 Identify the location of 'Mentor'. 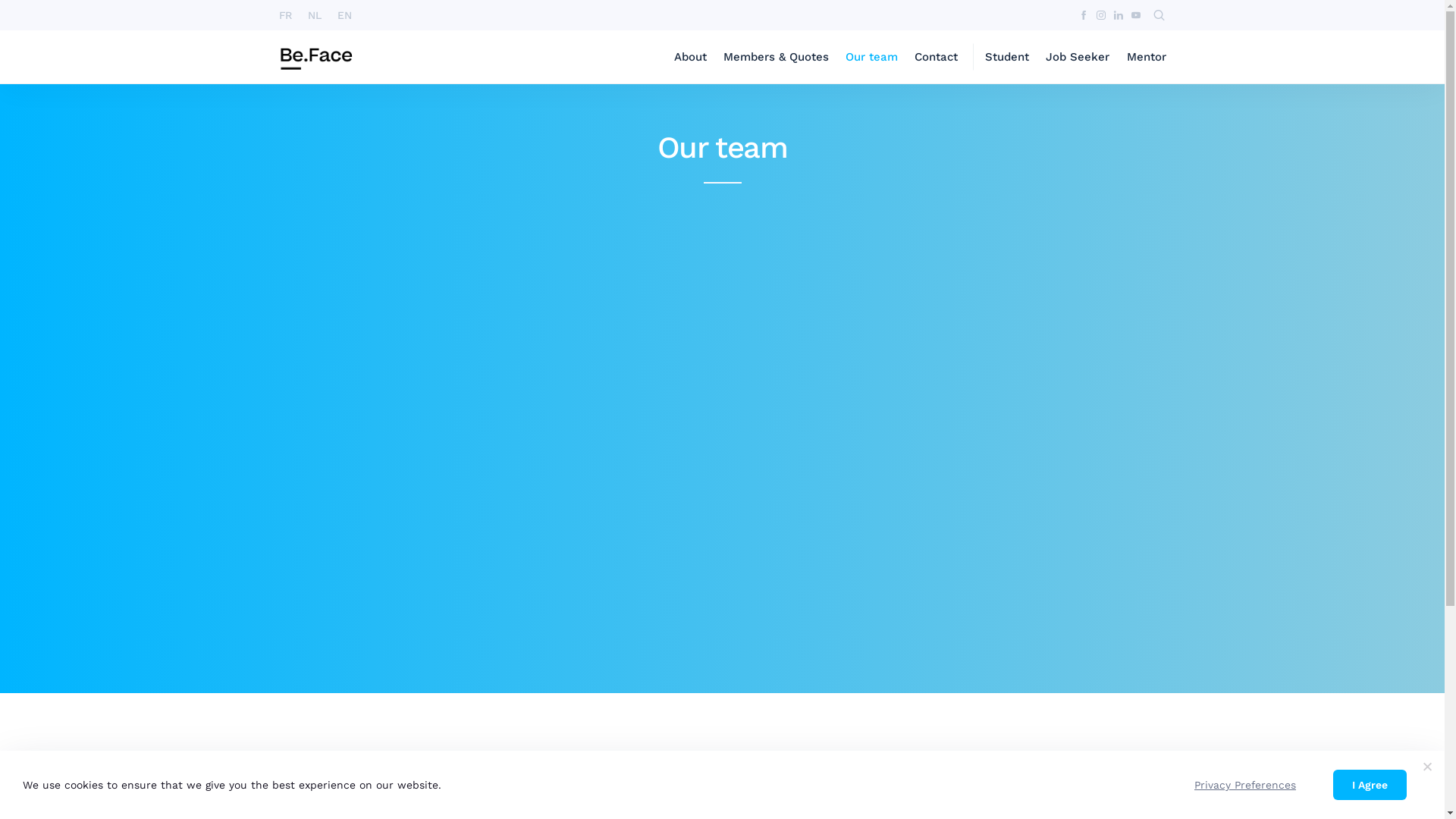
(1147, 55).